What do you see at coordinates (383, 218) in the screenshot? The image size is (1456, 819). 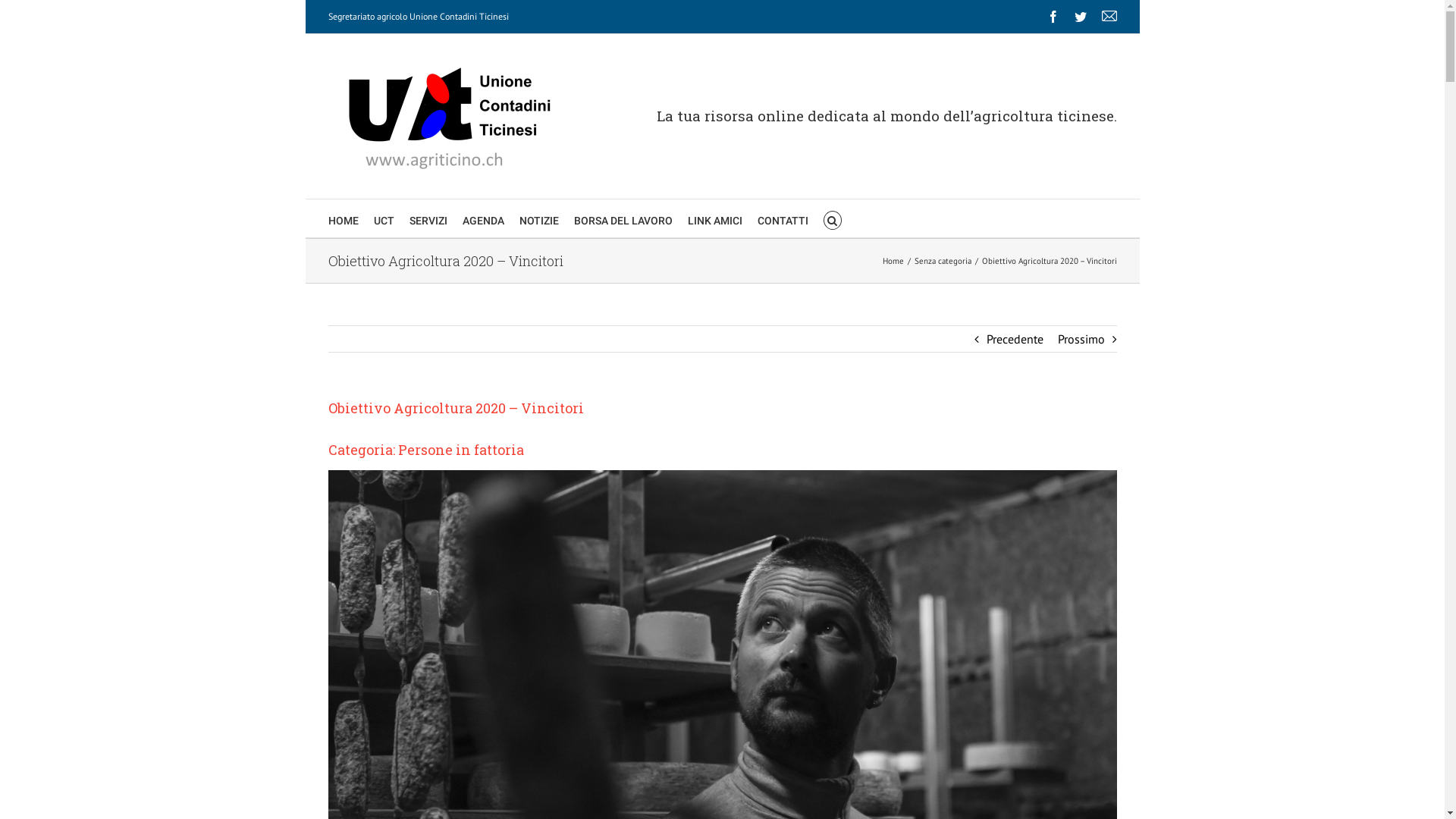 I see `'UCT'` at bounding box center [383, 218].